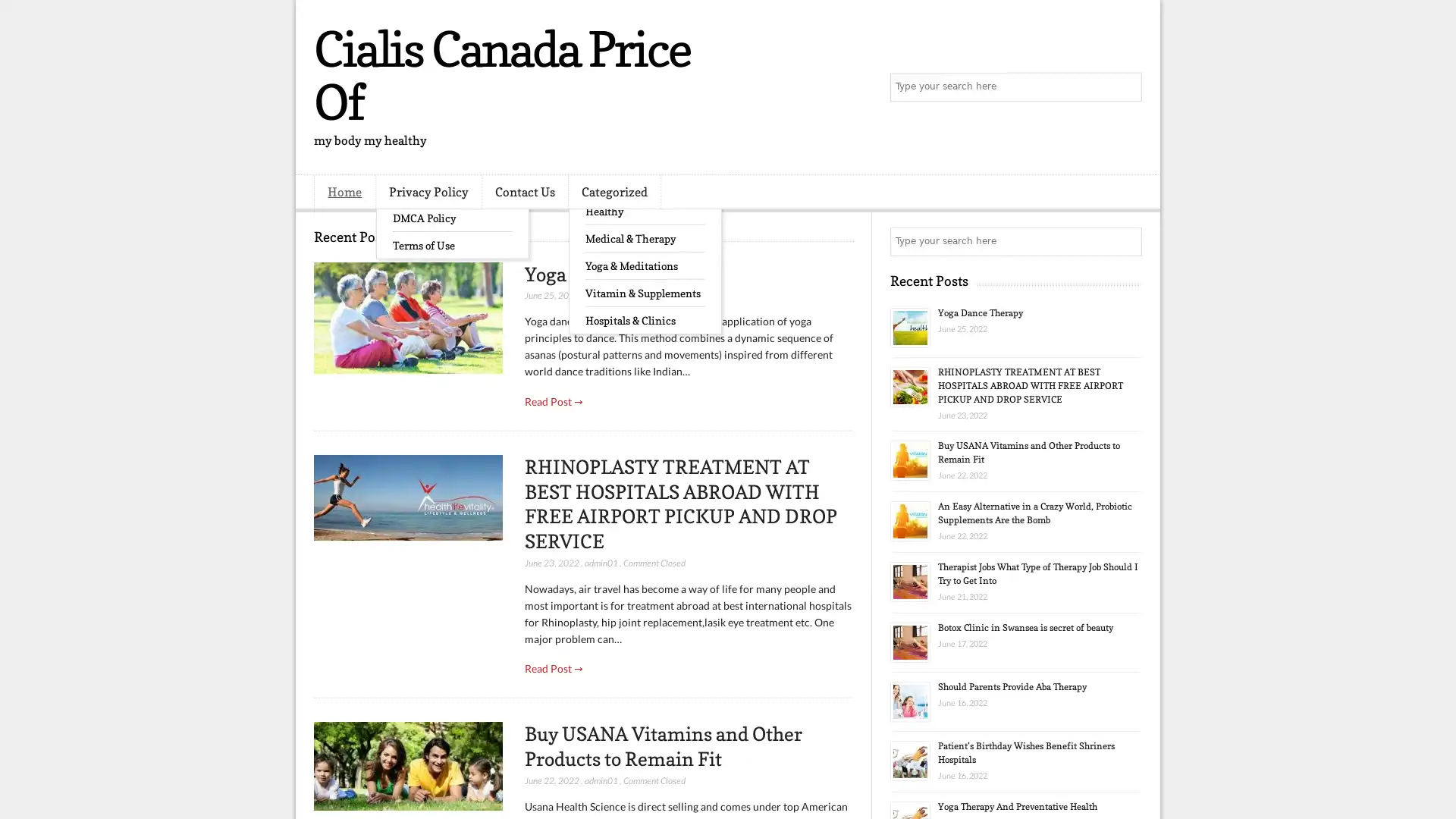  I want to click on Search, so click(1126, 87).